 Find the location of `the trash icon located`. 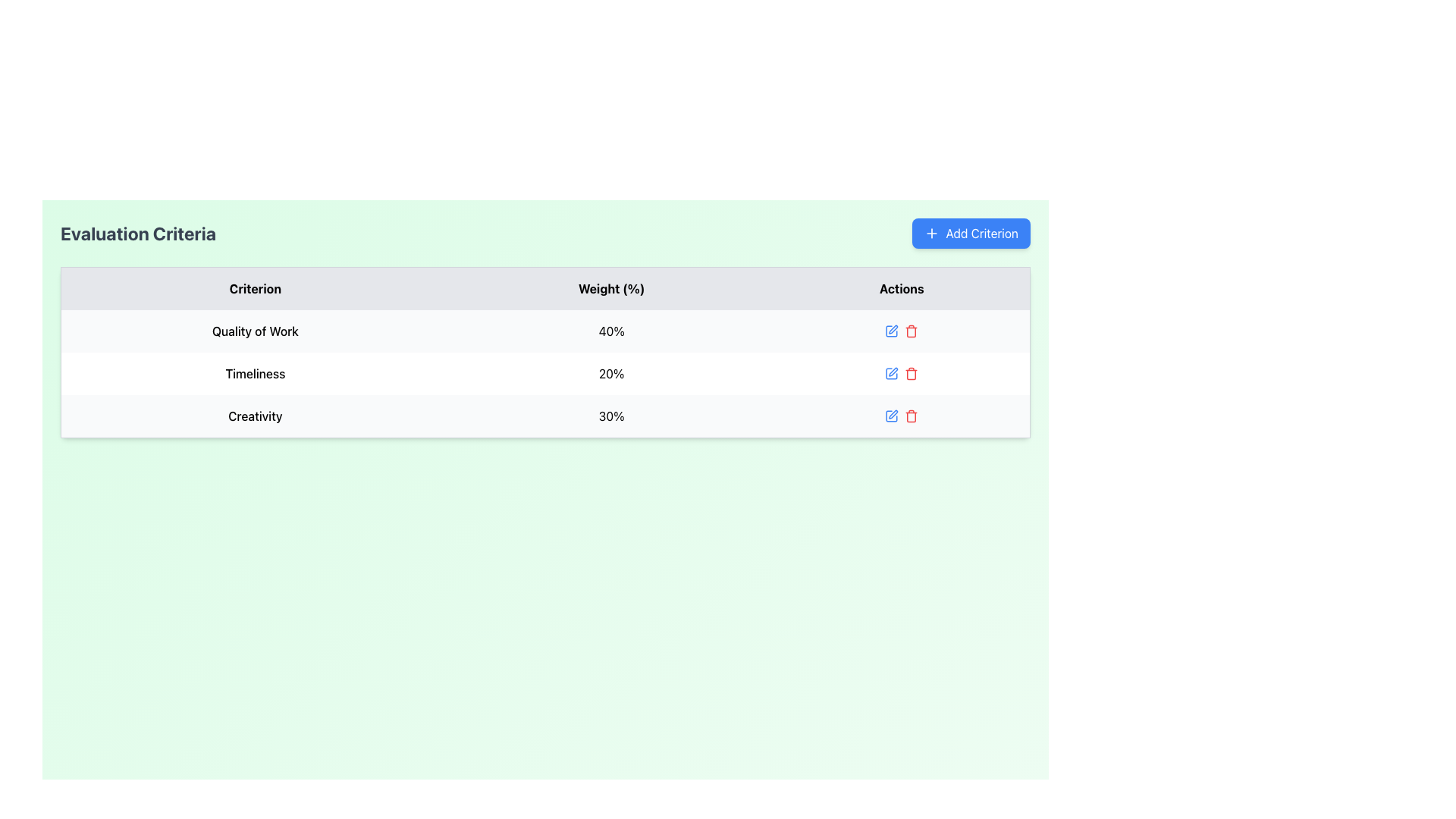

the trash icon located is located at coordinates (911, 417).